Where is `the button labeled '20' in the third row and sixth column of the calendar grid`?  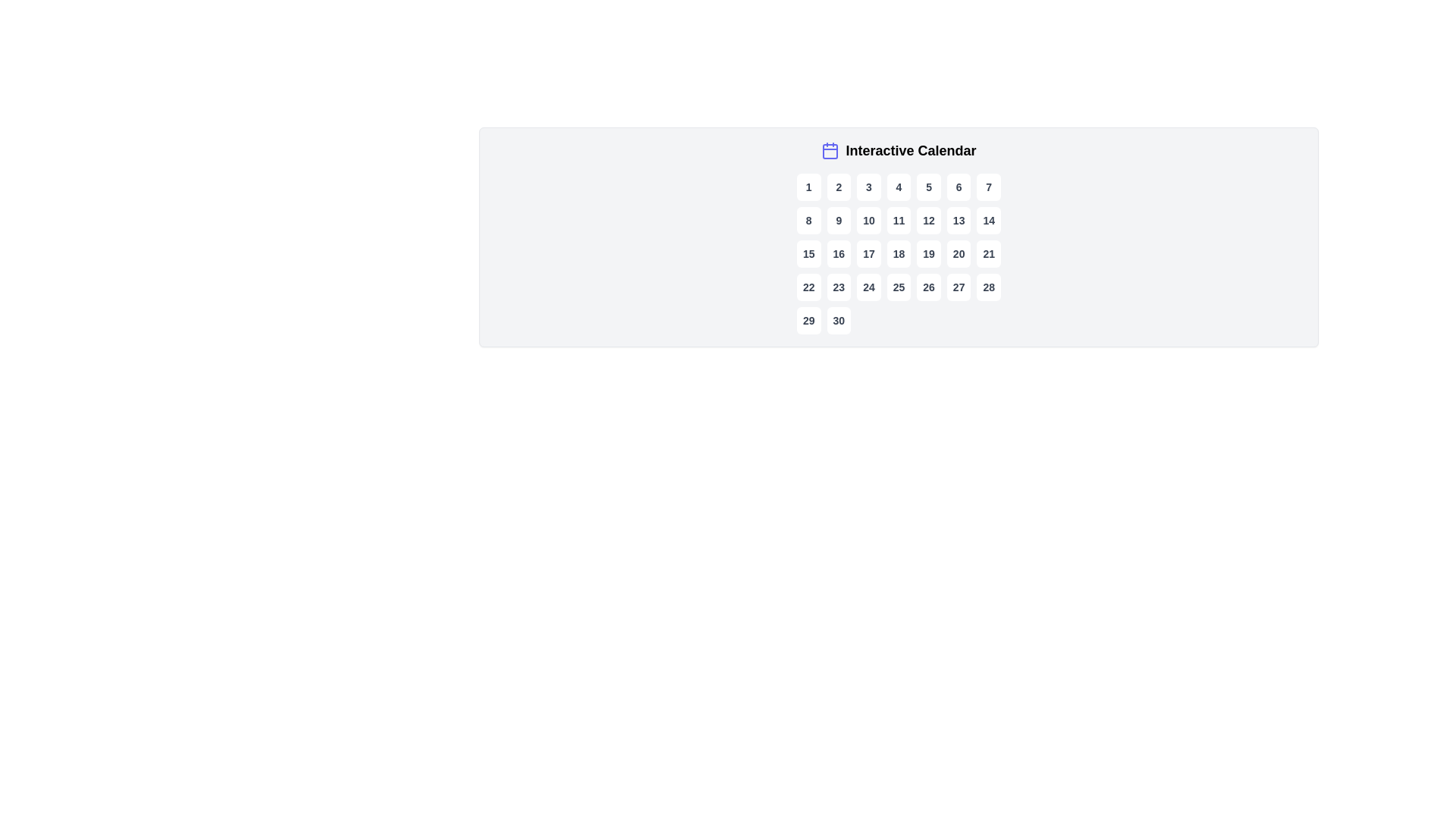
the button labeled '20' in the third row and sixth column of the calendar grid is located at coordinates (958, 253).